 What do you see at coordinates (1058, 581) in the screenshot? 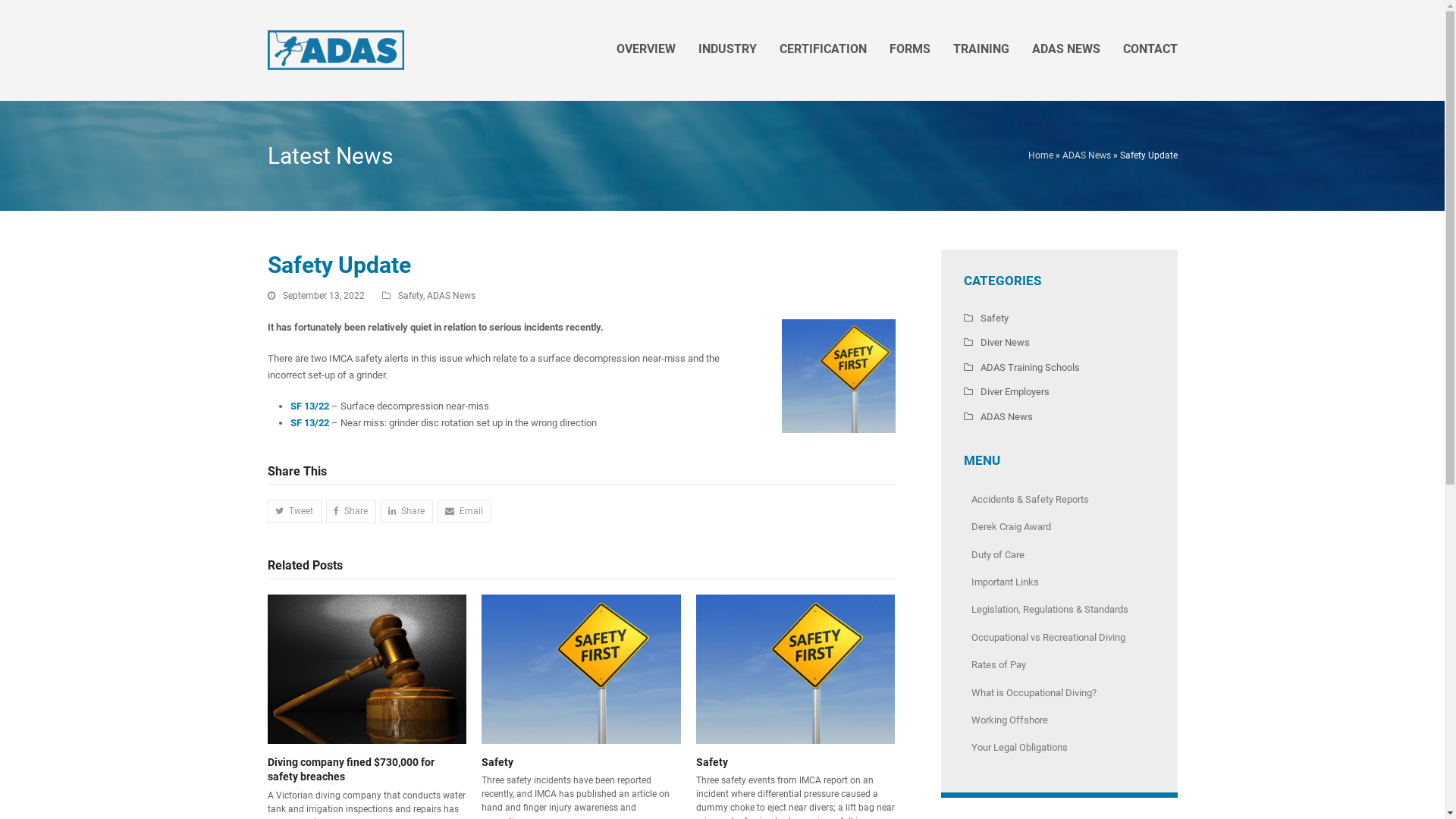
I see `'Important Links'` at bounding box center [1058, 581].